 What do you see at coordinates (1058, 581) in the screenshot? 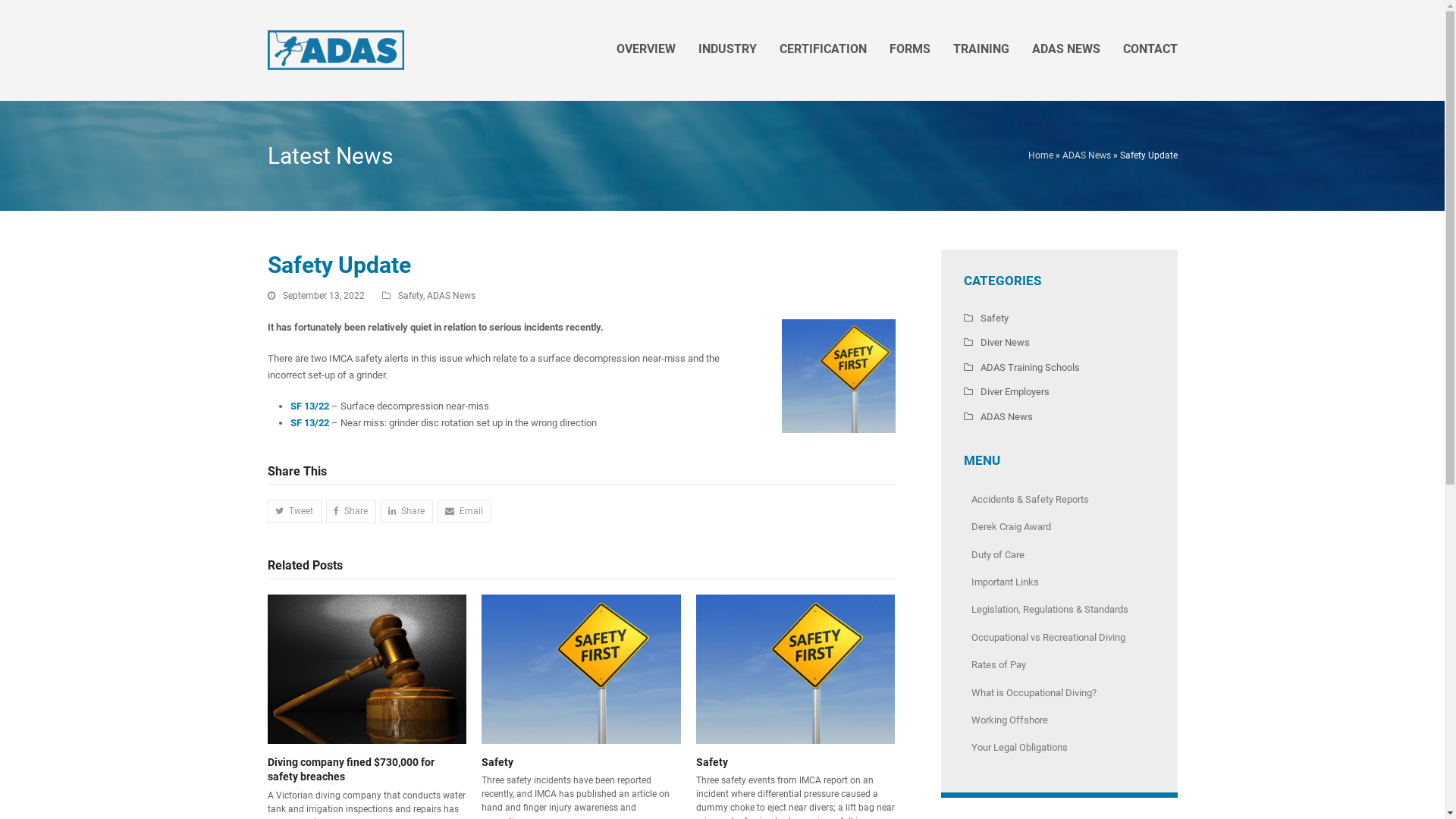
I see `'Important Links'` at bounding box center [1058, 581].